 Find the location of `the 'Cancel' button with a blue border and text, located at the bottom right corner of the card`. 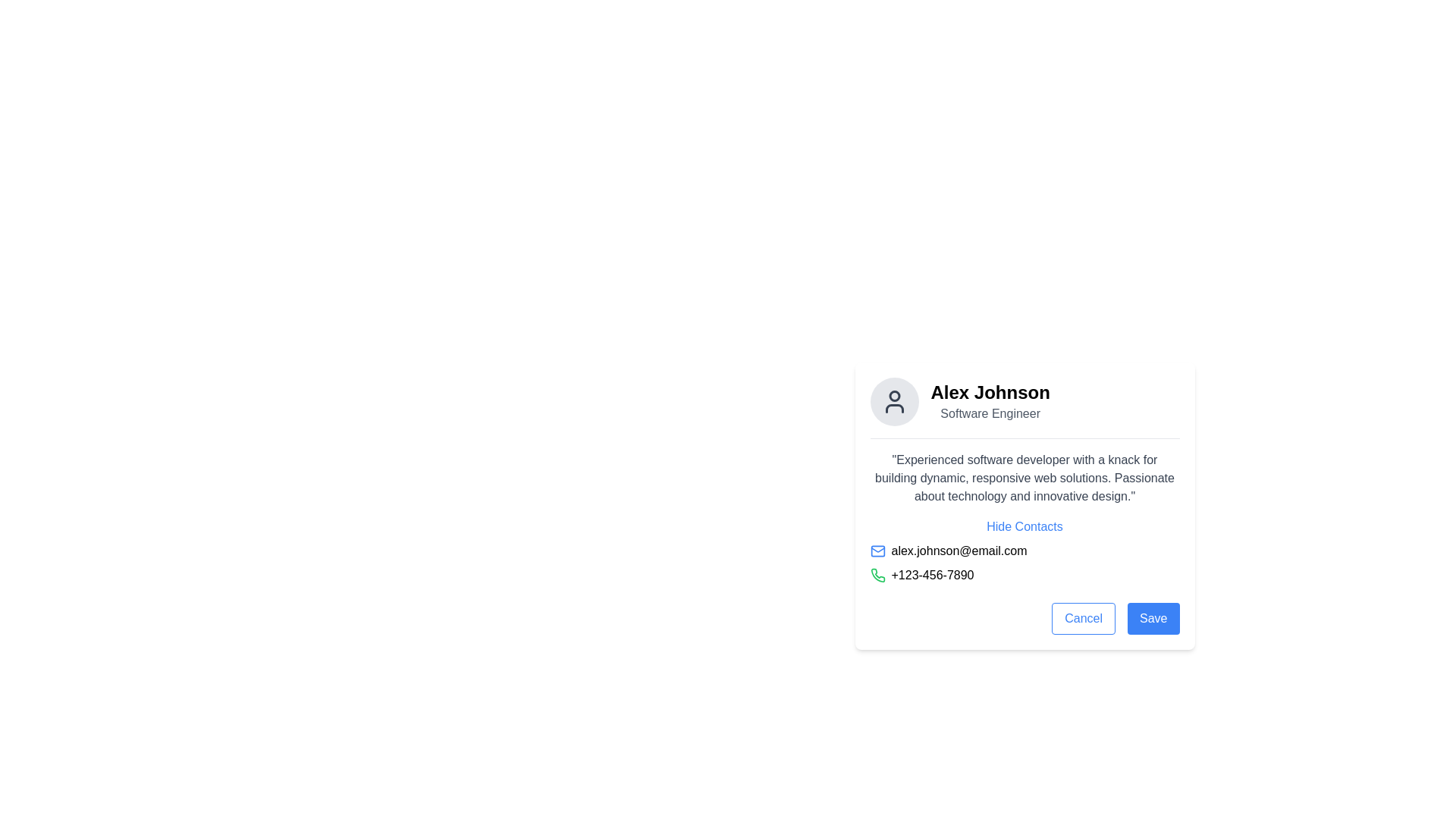

the 'Cancel' button with a blue border and text, located at the bottom right corner of the card is located at coordinates (1083, 619).